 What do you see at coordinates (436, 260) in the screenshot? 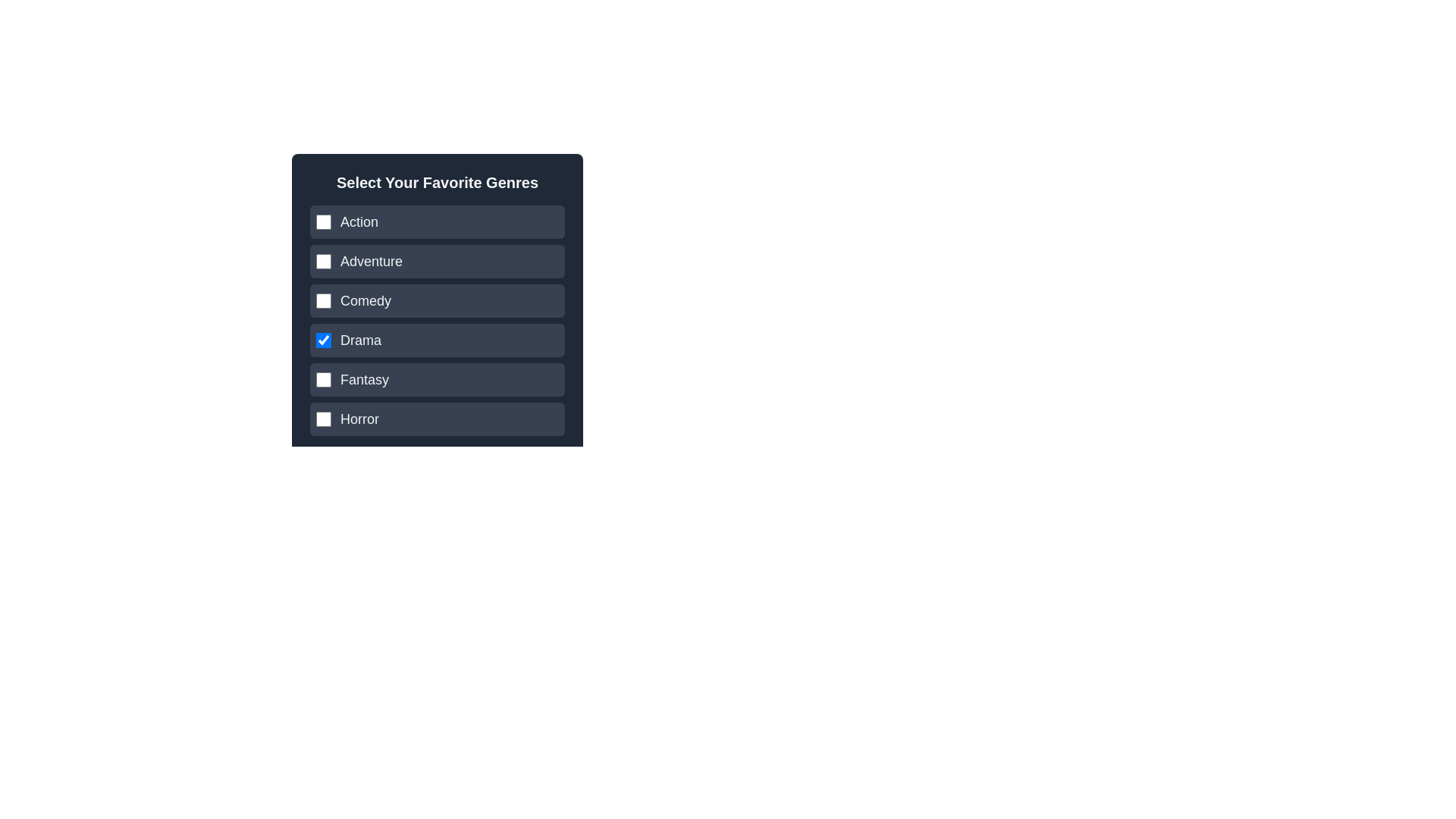
I see `the second selectable list item with a checkbox component representing the 'Adventure' genre for keyboard or accessibility interactions` at bounding box center [436, 260].